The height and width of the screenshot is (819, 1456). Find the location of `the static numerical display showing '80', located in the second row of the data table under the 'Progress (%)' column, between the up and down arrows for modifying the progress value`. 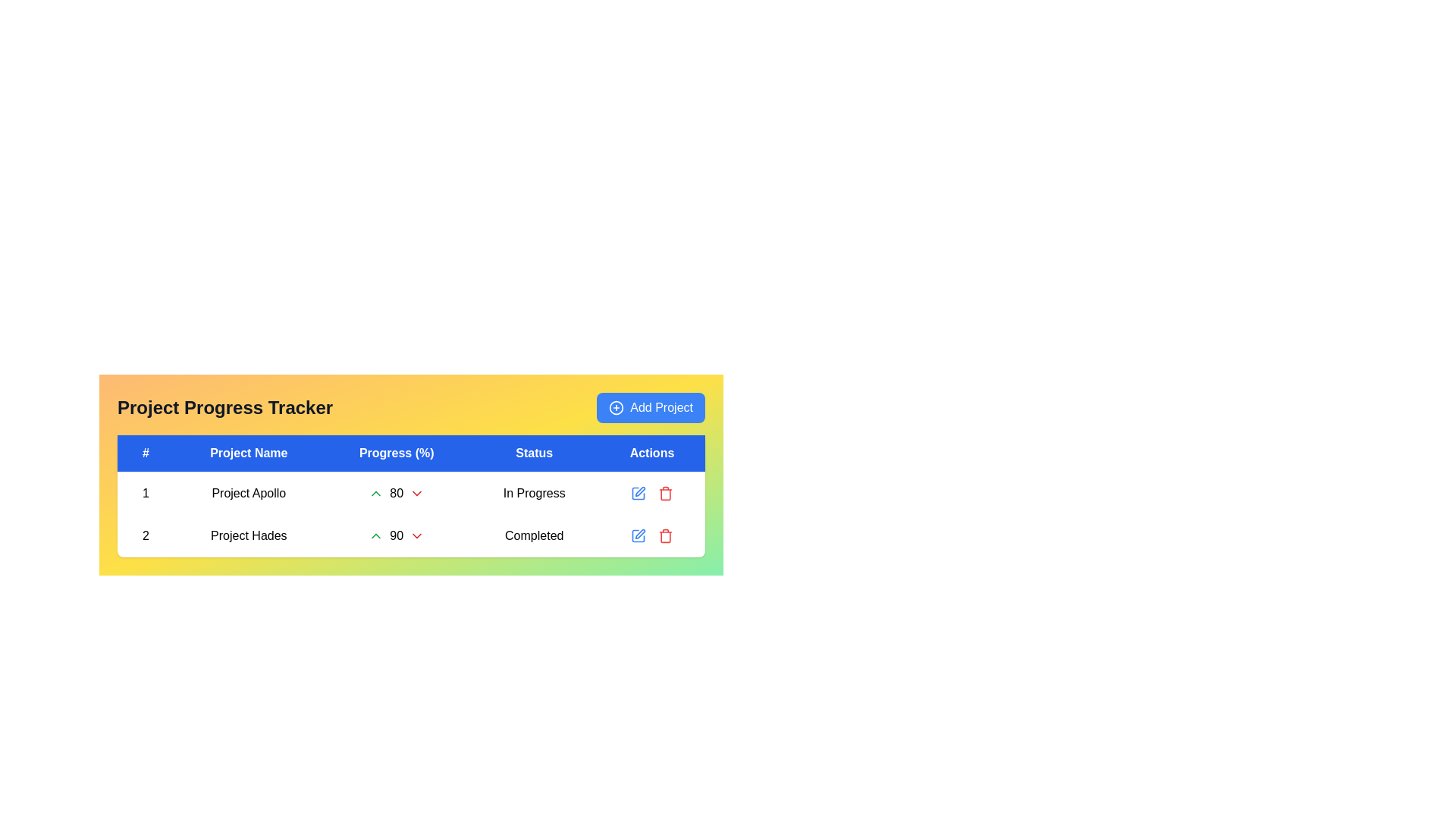

the static numerical display showing '80', located in the second row of the data table under the 'Progress (%)' column, between the up and down arrows for modifying the progress value is located at coordinates (397, 494).